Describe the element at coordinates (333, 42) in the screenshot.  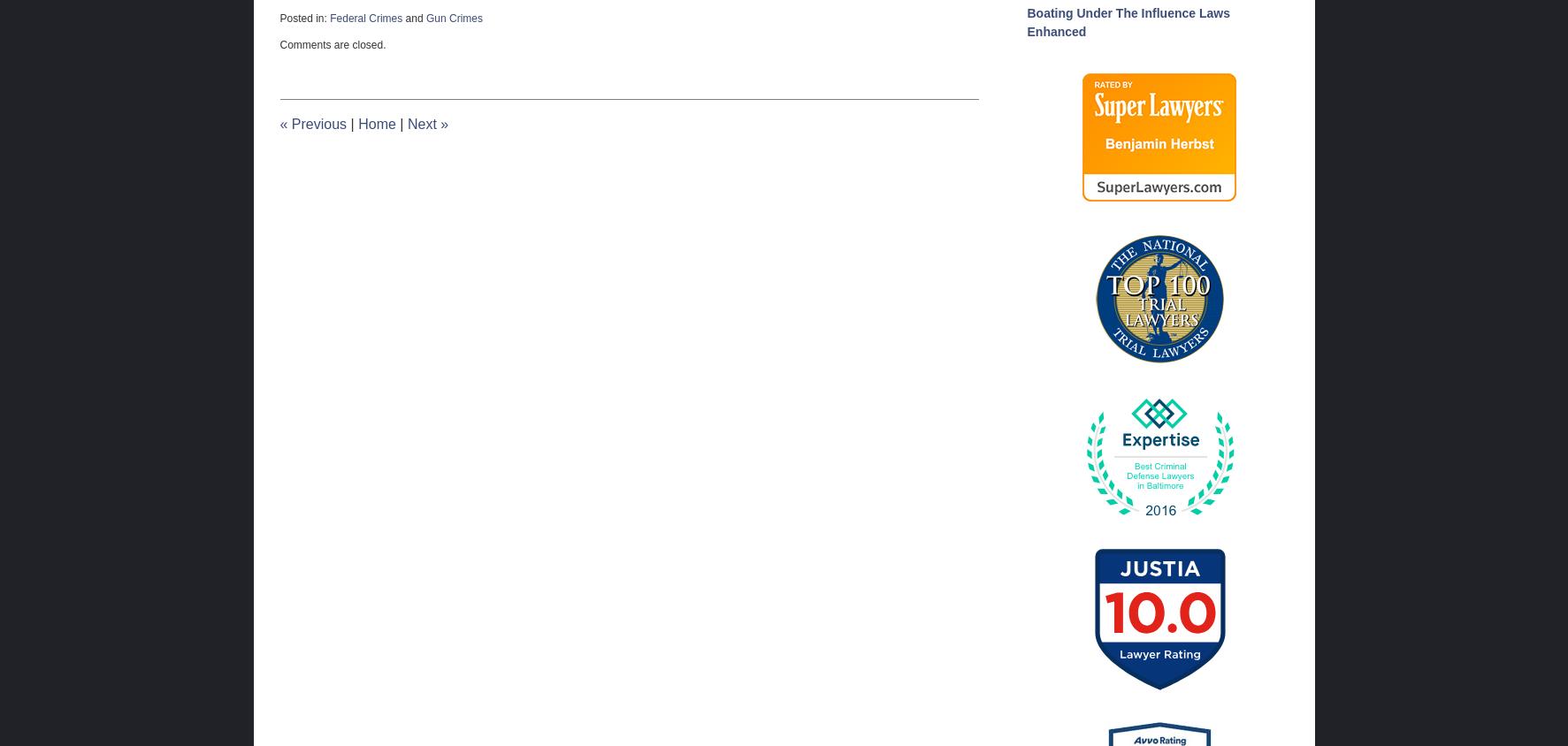
I see `'Comments are closed.'` at that location.